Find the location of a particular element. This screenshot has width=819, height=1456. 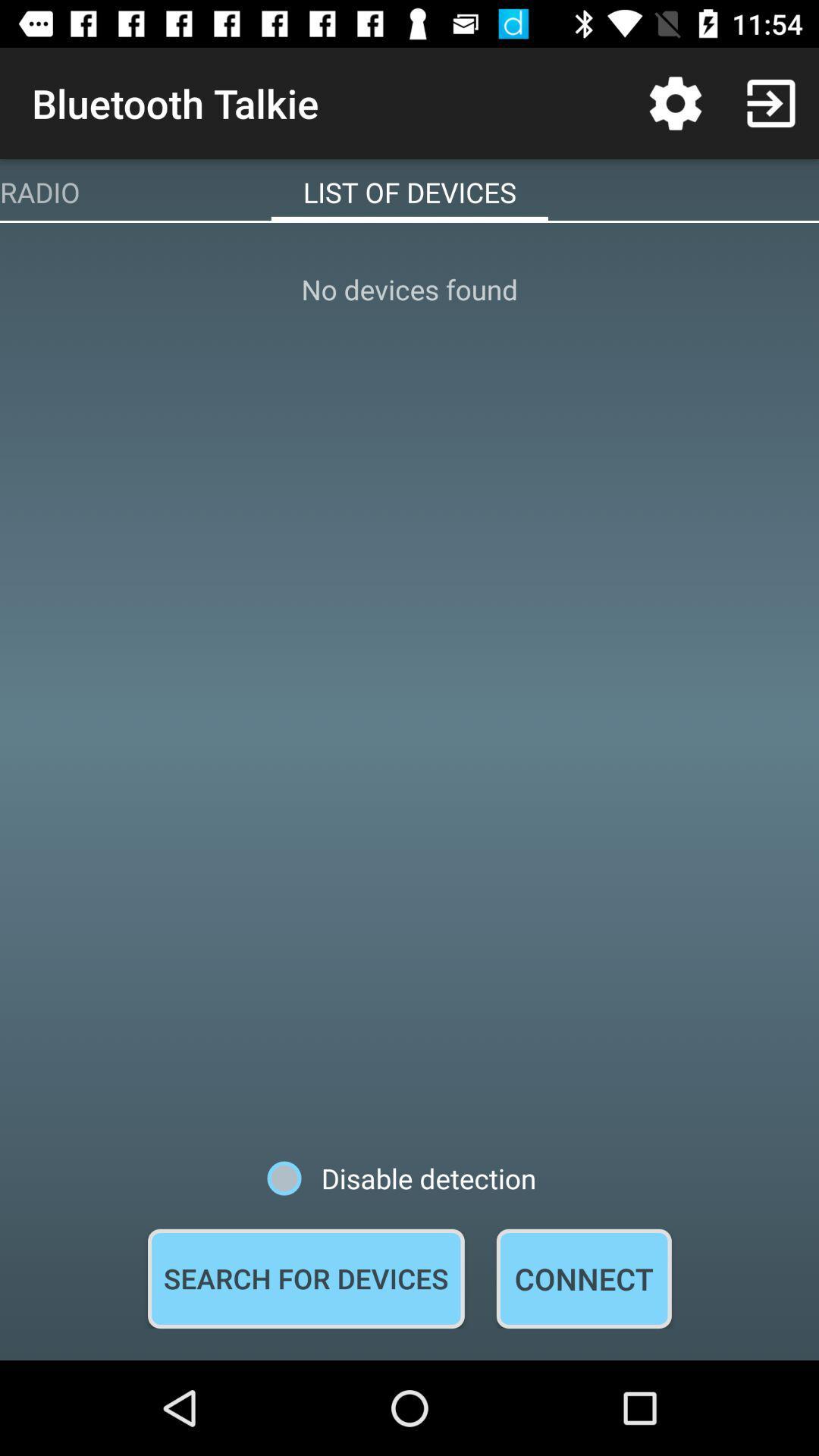

the icon below disable detection item is located at coordinates (583, 1278).